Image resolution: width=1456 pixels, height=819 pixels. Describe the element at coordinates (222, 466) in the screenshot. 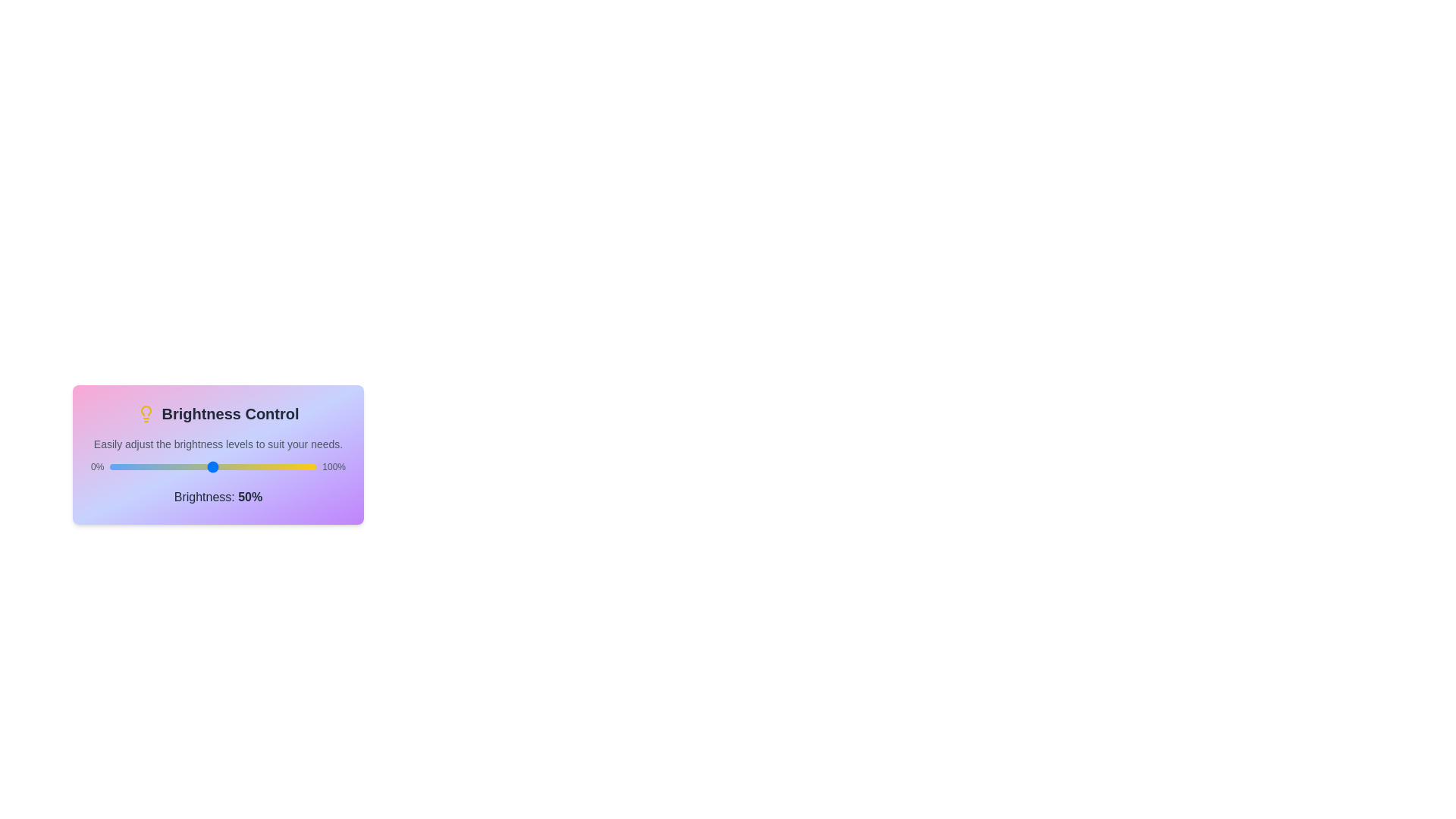

I see `the brightness to 55% by moving the slider` at that location.